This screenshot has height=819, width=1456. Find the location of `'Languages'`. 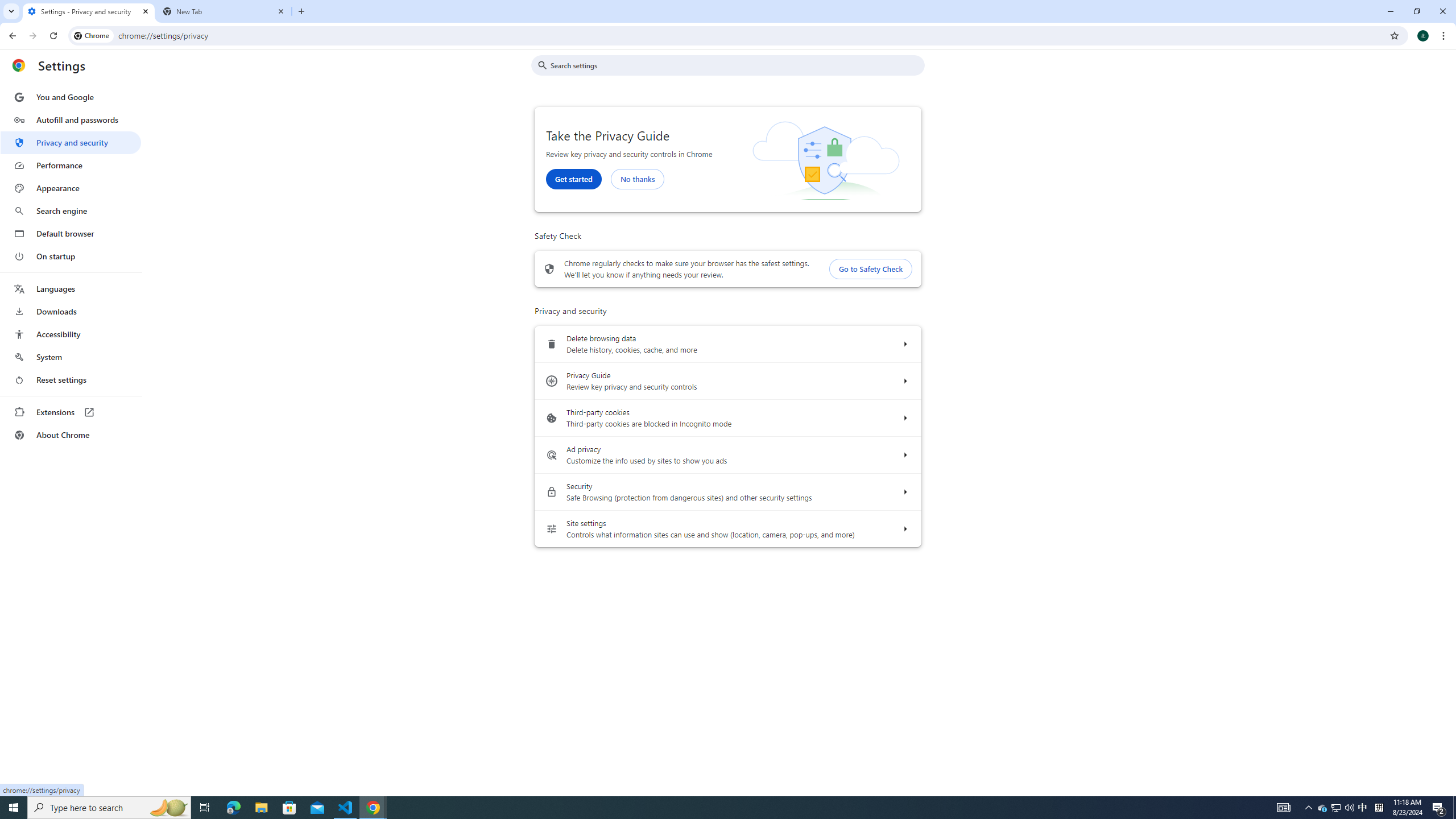

'Languages' is located at coordinates (70, 289).